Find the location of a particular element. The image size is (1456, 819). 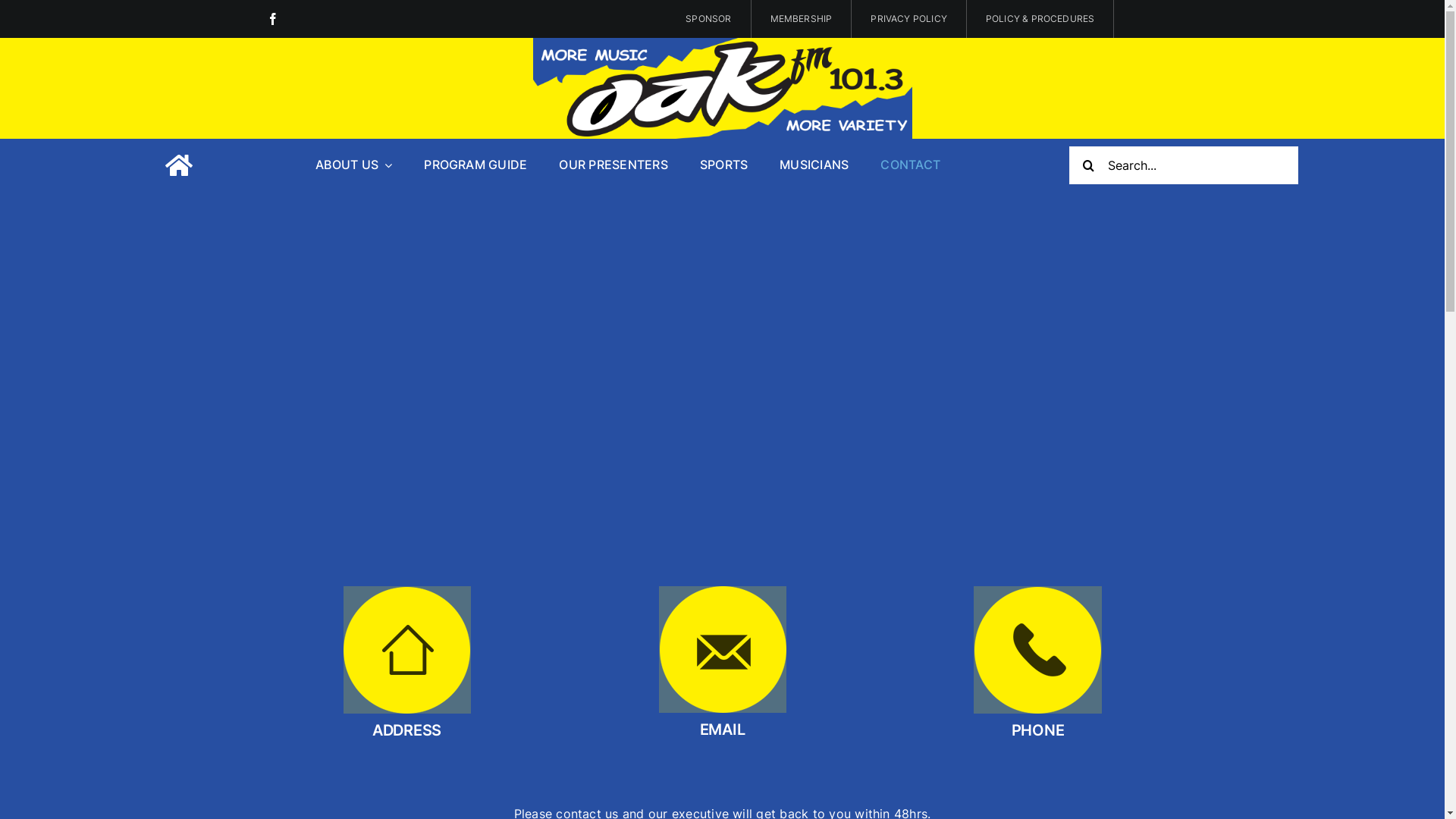

'PRIVACY POLICY' is located at coordinates (852, 18).